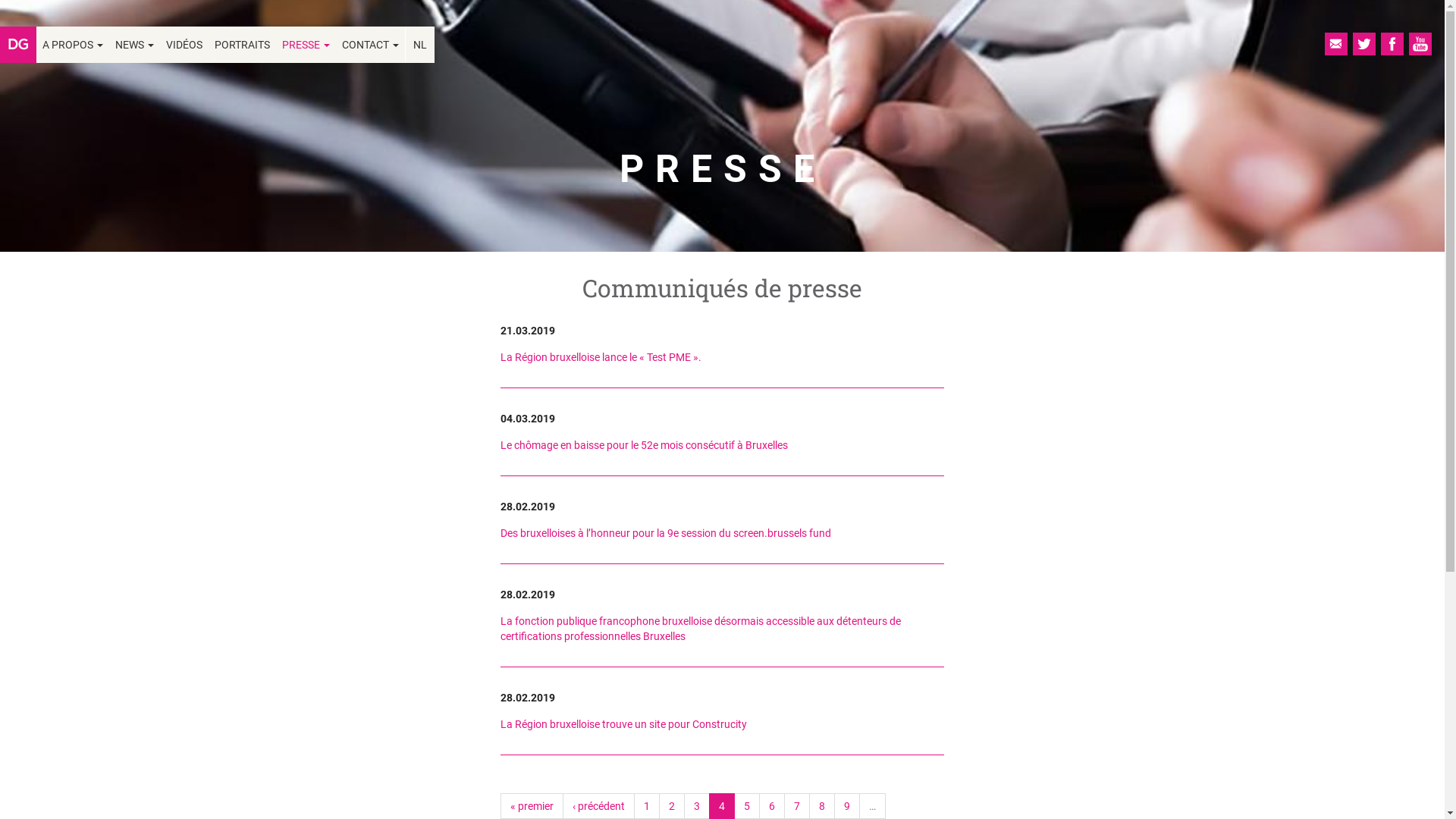  What do you see at coordinates (1419, 42) in the screenshot?
I see `'Youtube'` at bounding box center [1419, 42].